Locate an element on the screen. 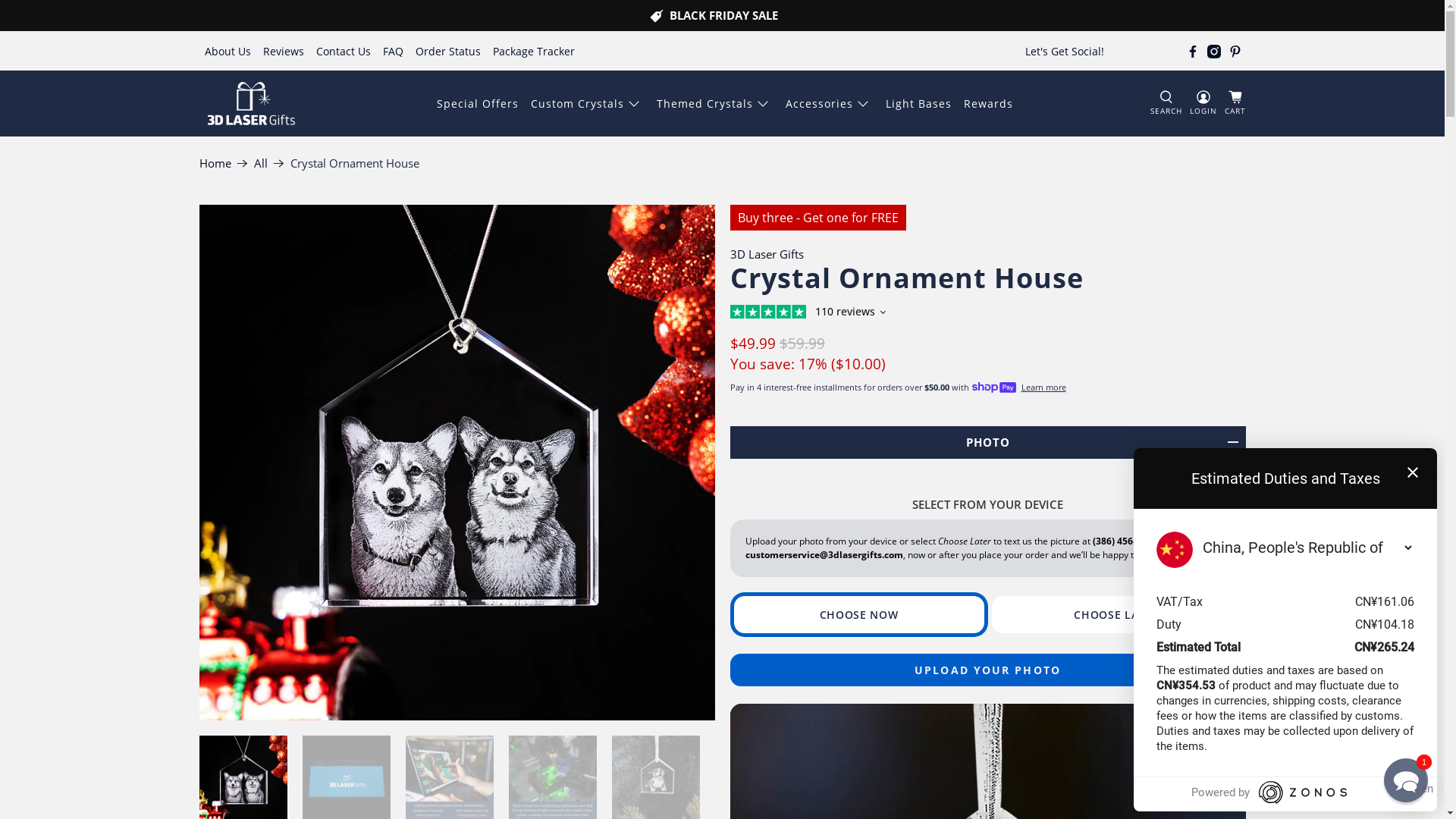 Image resolution: width=1456 pixels, height=819 pixels. 'Reviews' is located at coordinates (284, 50).